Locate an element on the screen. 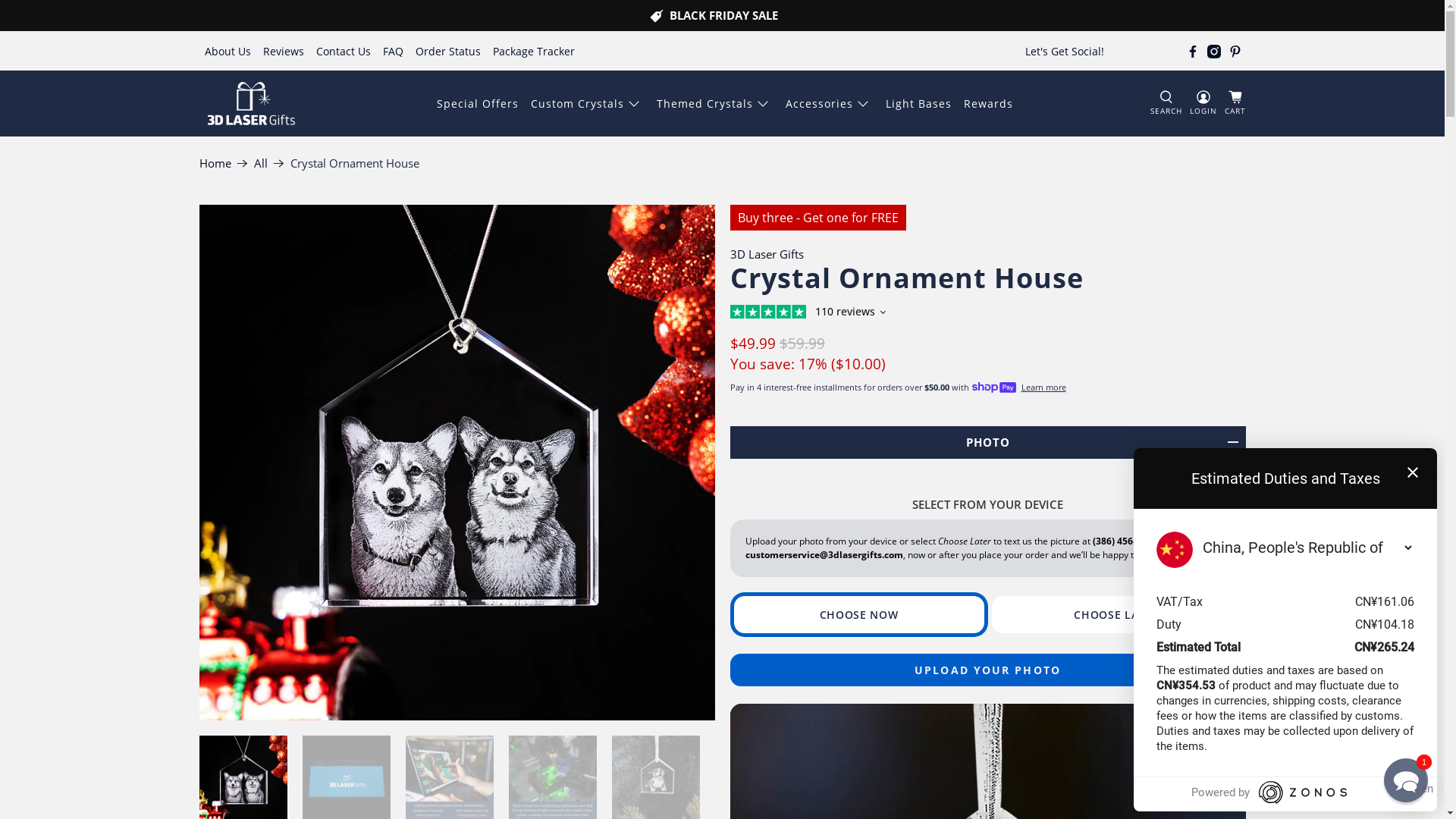 Image resolution: width=1456 pixels, height=819 pixels. 'Reviews' is located at coordinates (284, 50).